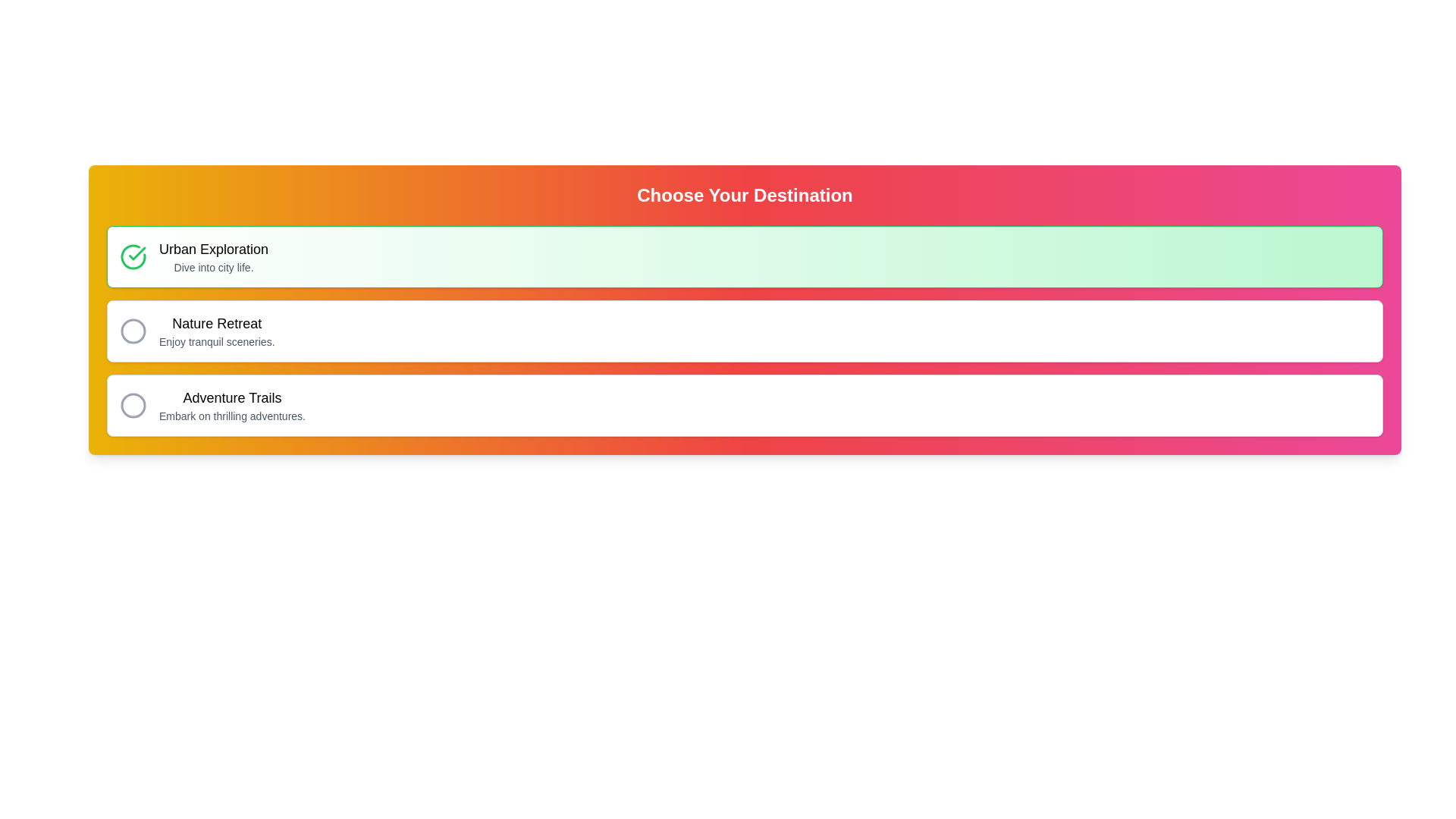  Describe the element at coordinates (231, 405) in the screenshot. I see `the text label group containing the title 'Adventure Trails' and subtitle 'Embark on thrilling adventures'` at that location.